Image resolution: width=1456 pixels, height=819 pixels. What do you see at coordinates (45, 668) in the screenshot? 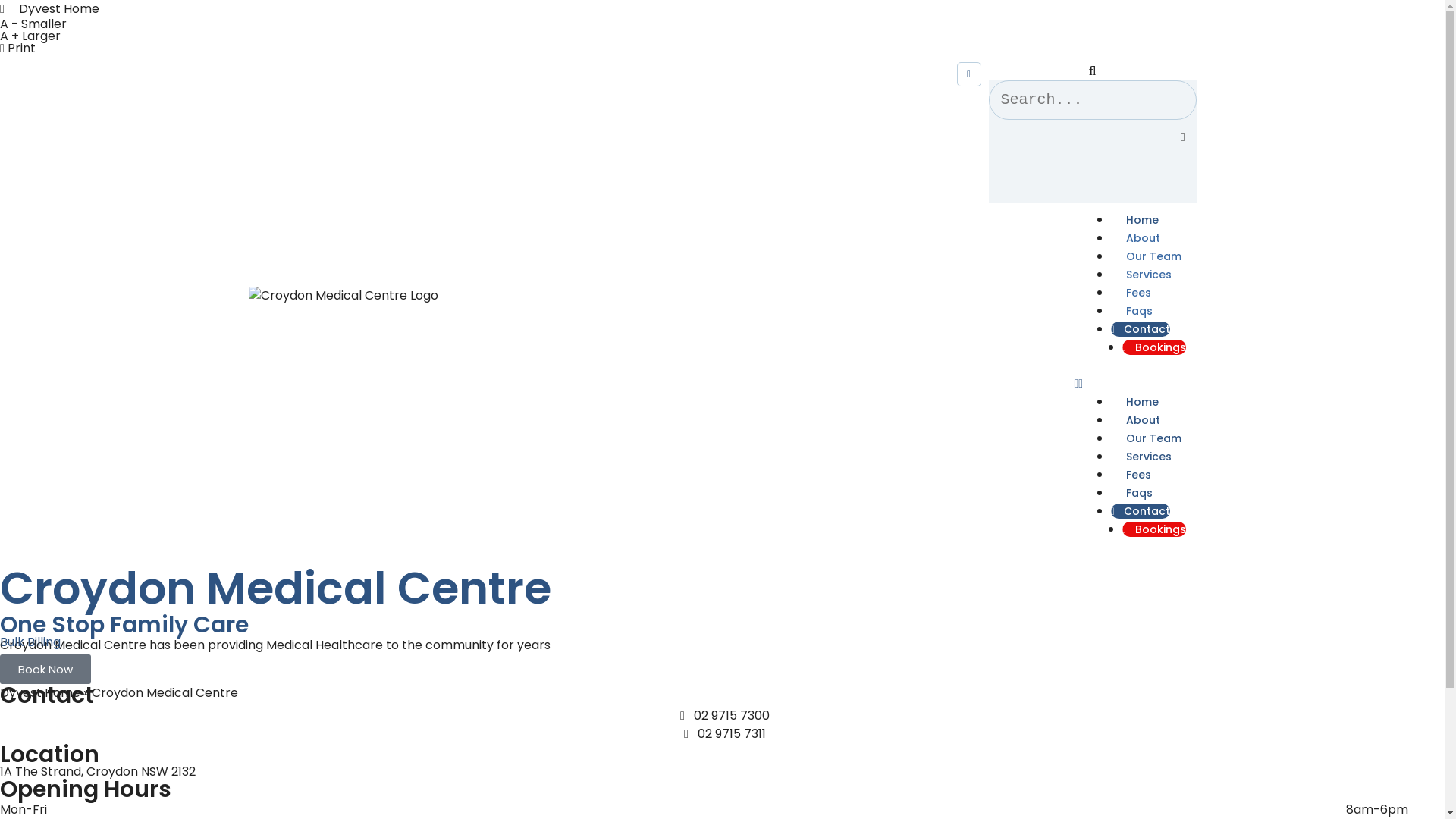
I see `'Book Now'` at bounding box center [45, 668].